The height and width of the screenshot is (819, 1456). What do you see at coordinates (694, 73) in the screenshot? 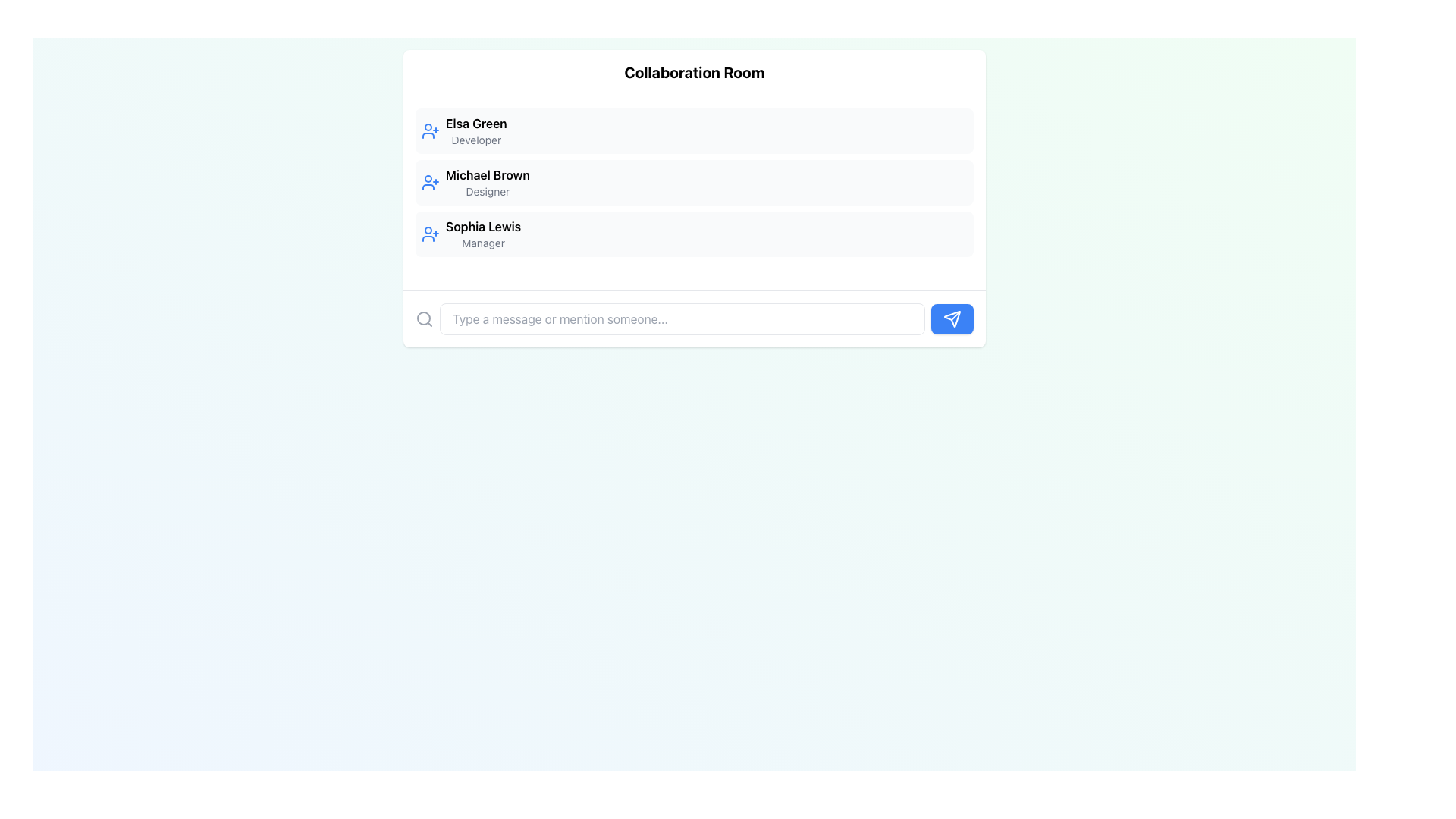
I see `text from the bold label titled 'Collaboration Room' located at the top-center of the card element` at bounding box center [694, 73].